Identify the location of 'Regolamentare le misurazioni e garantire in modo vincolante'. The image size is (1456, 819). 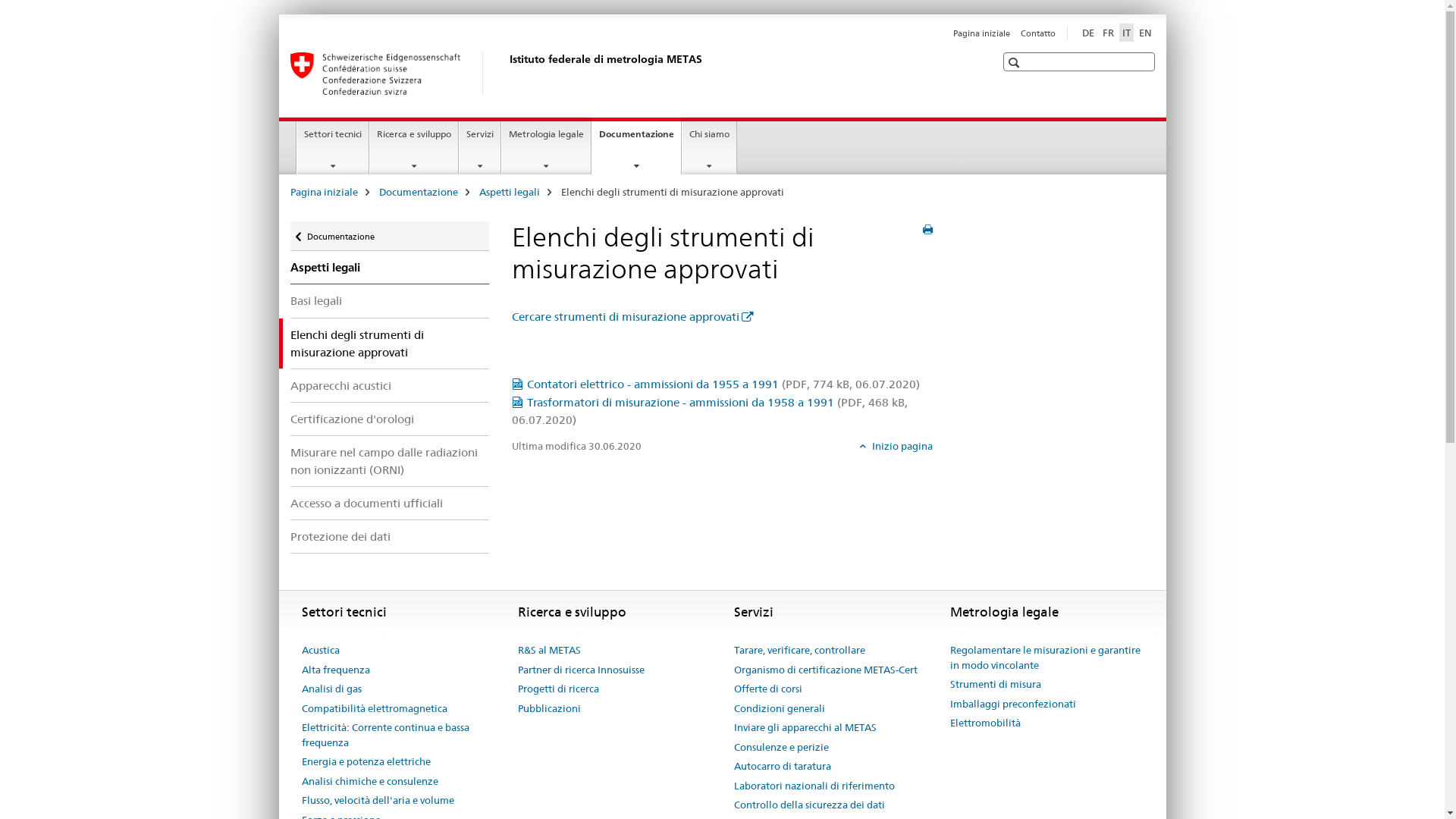
(1045, 657).